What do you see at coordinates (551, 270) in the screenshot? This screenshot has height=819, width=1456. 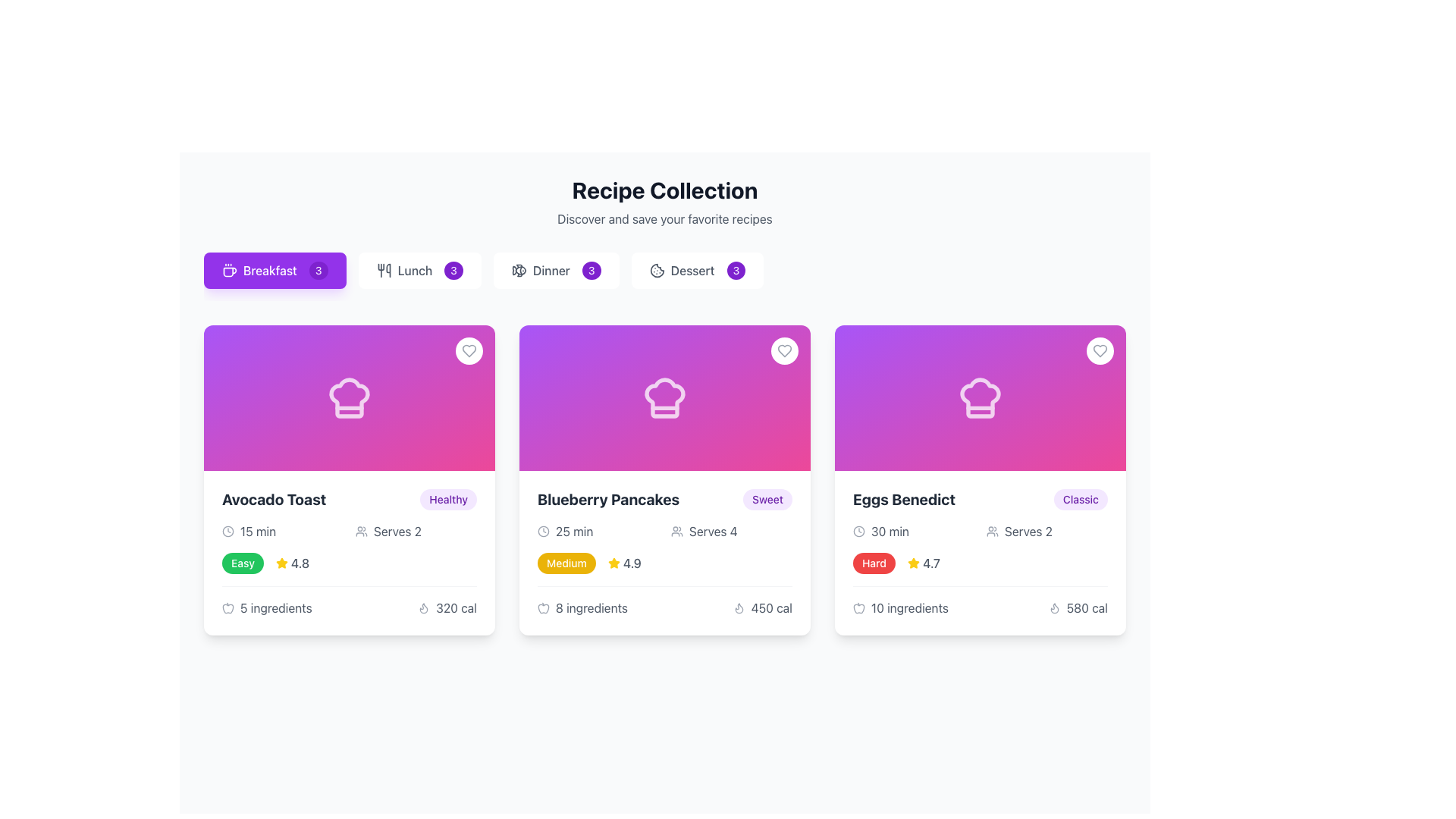 I see `the 'Dinner' text label, which is styled with a grayish font and located within the third button of a horizontally-aligned group of meal category buttons at the top-center of the page` at bounding box center [551, 270].